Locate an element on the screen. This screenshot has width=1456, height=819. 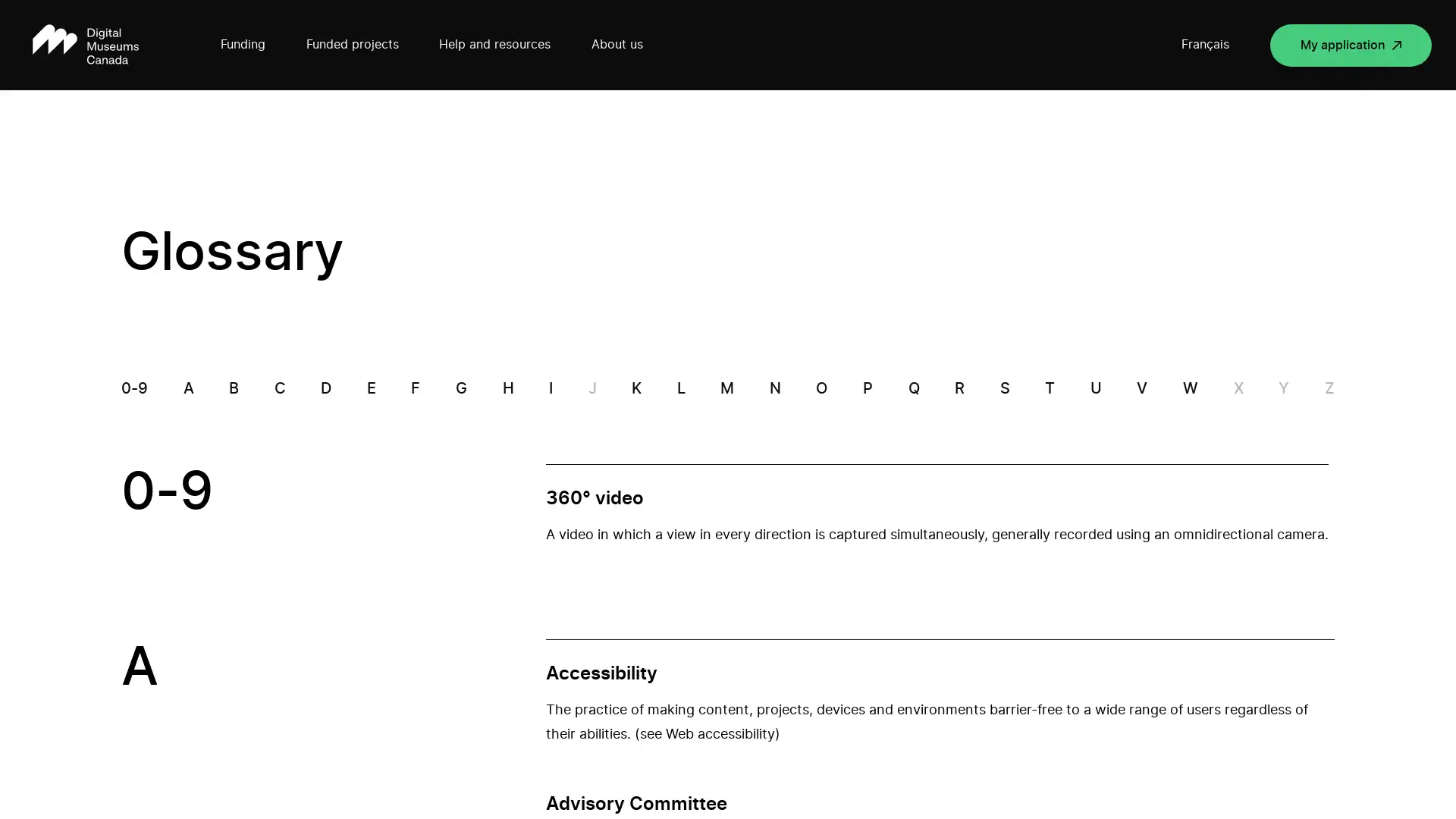
C is located at coordinates (279, 388).